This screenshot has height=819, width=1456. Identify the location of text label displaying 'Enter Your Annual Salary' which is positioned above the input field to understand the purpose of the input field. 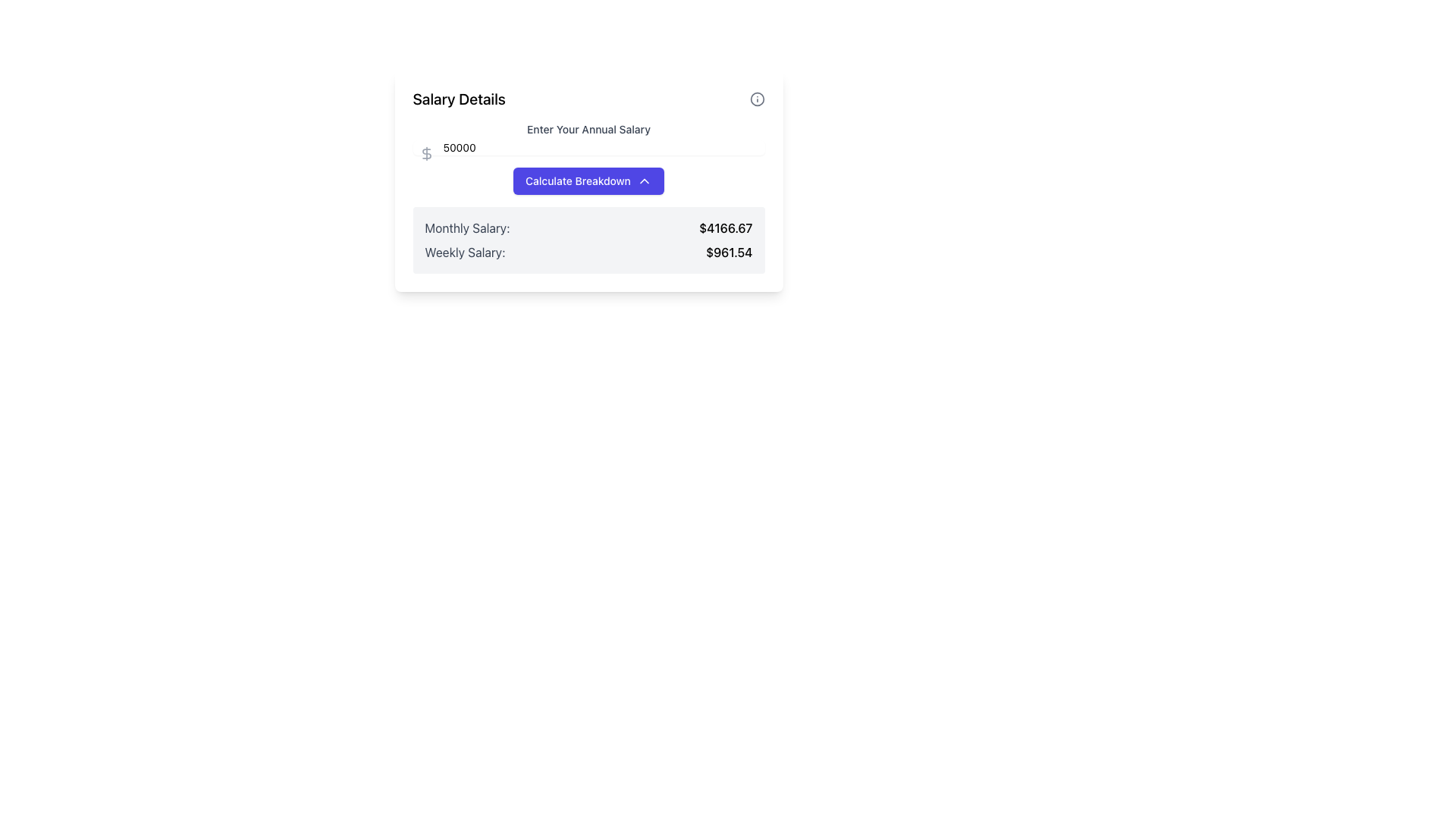
(588, 128).